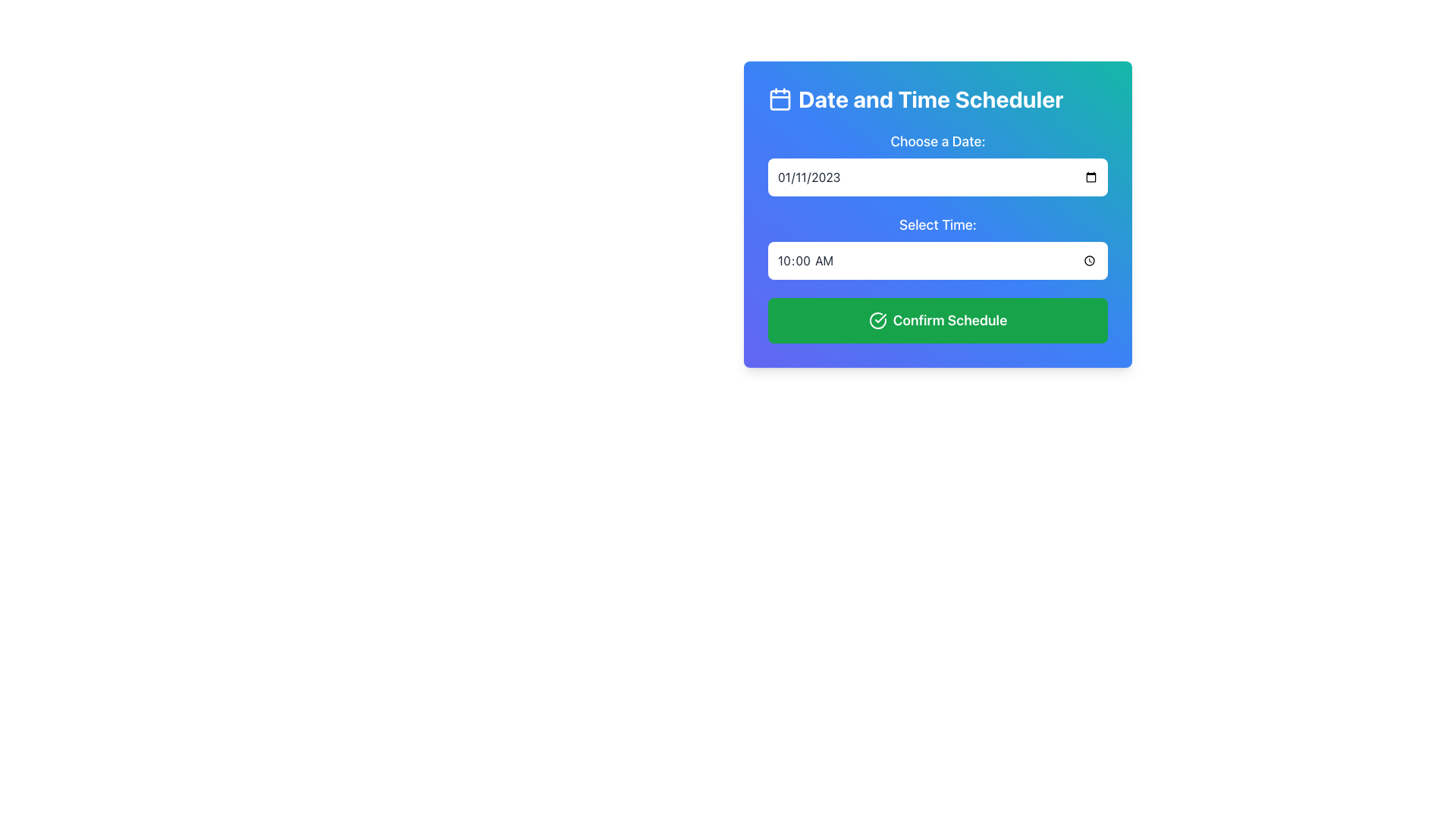 The image size is (1456, 819). I want to click on the checkmark icon within the green 'Confirm Schedule' button to observe the visual feedback upon interaction, so click(880, 318).